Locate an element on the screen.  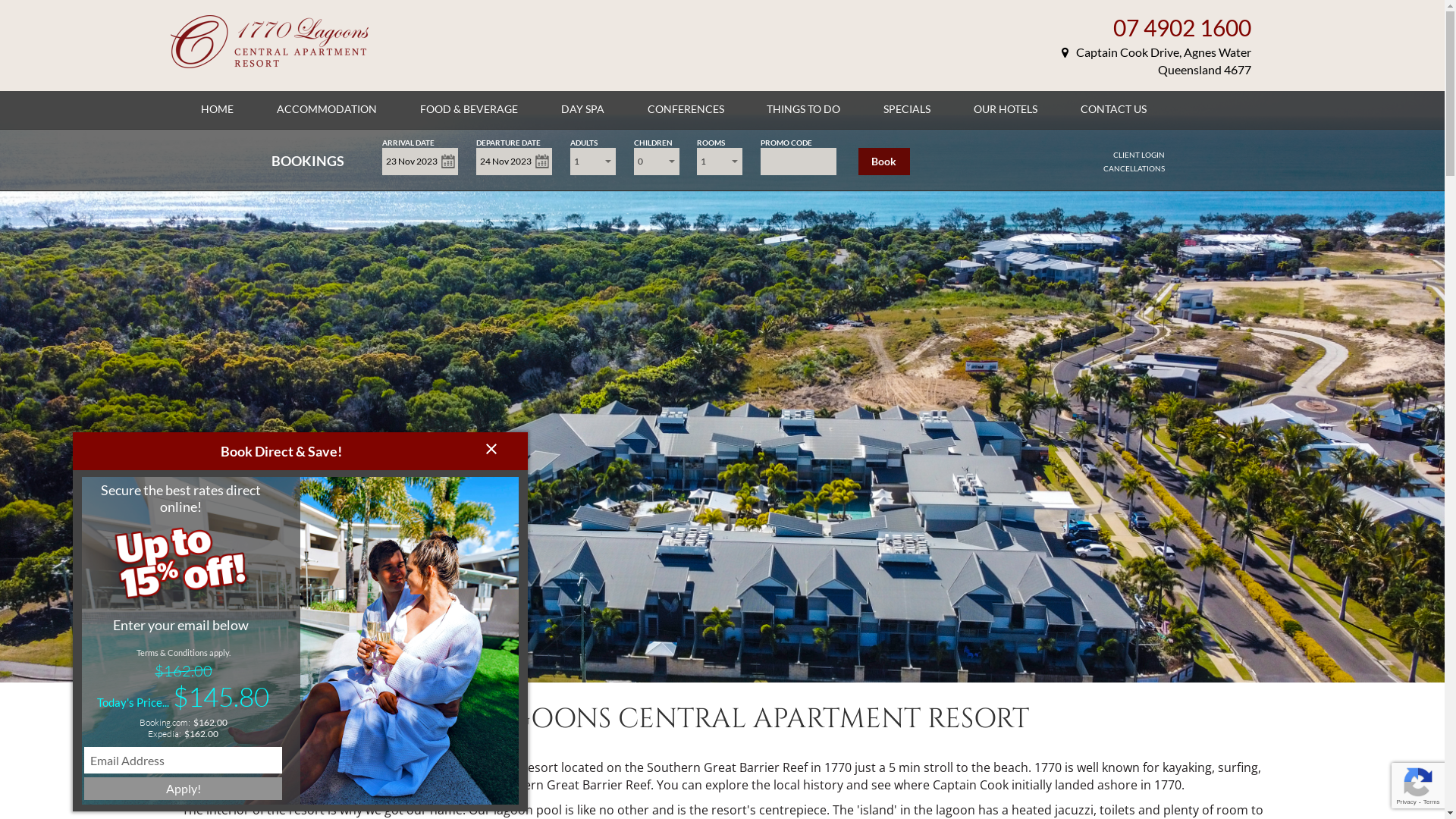
'SPECIALS' is located at coordinates (906, 108).